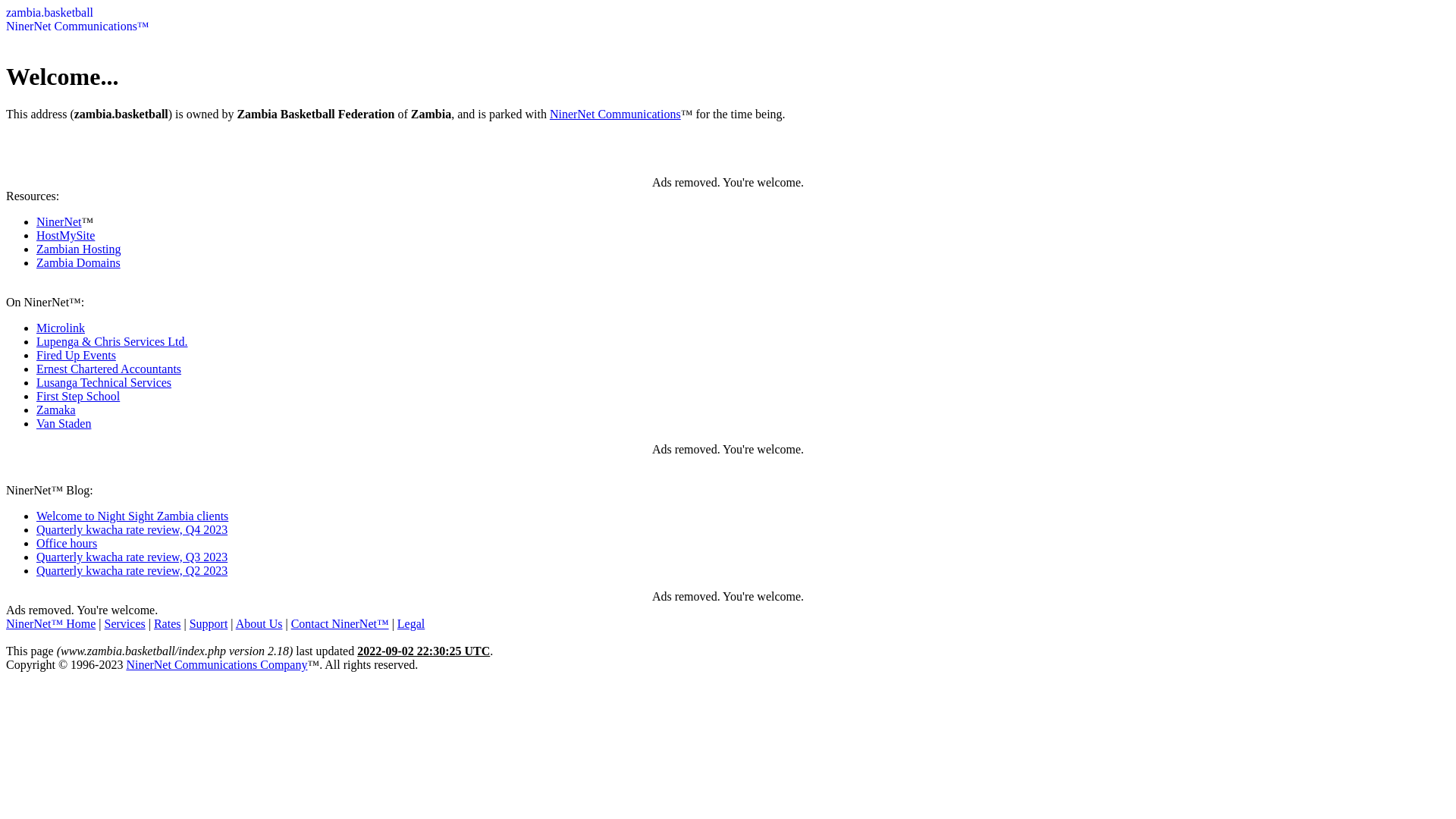 Image resolution: width=1456 pixels, height=819 pixels. What do you see at coordinates (55, 409) in the screenshot?
I see `'Zamaka'` at bounding box center [55, 409].